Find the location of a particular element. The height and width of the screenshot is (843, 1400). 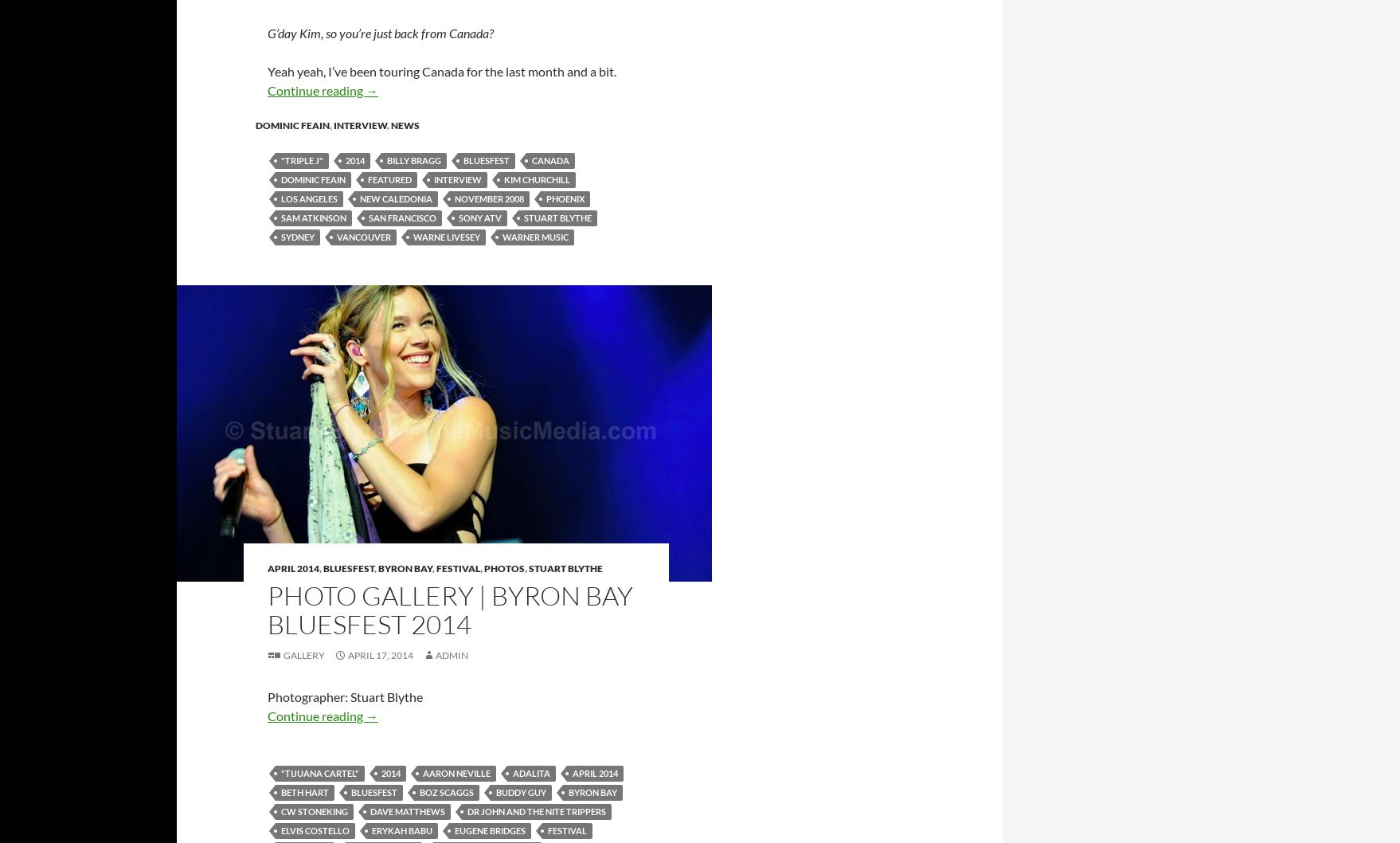

'Sydney' is located at coordinates (297, 235).